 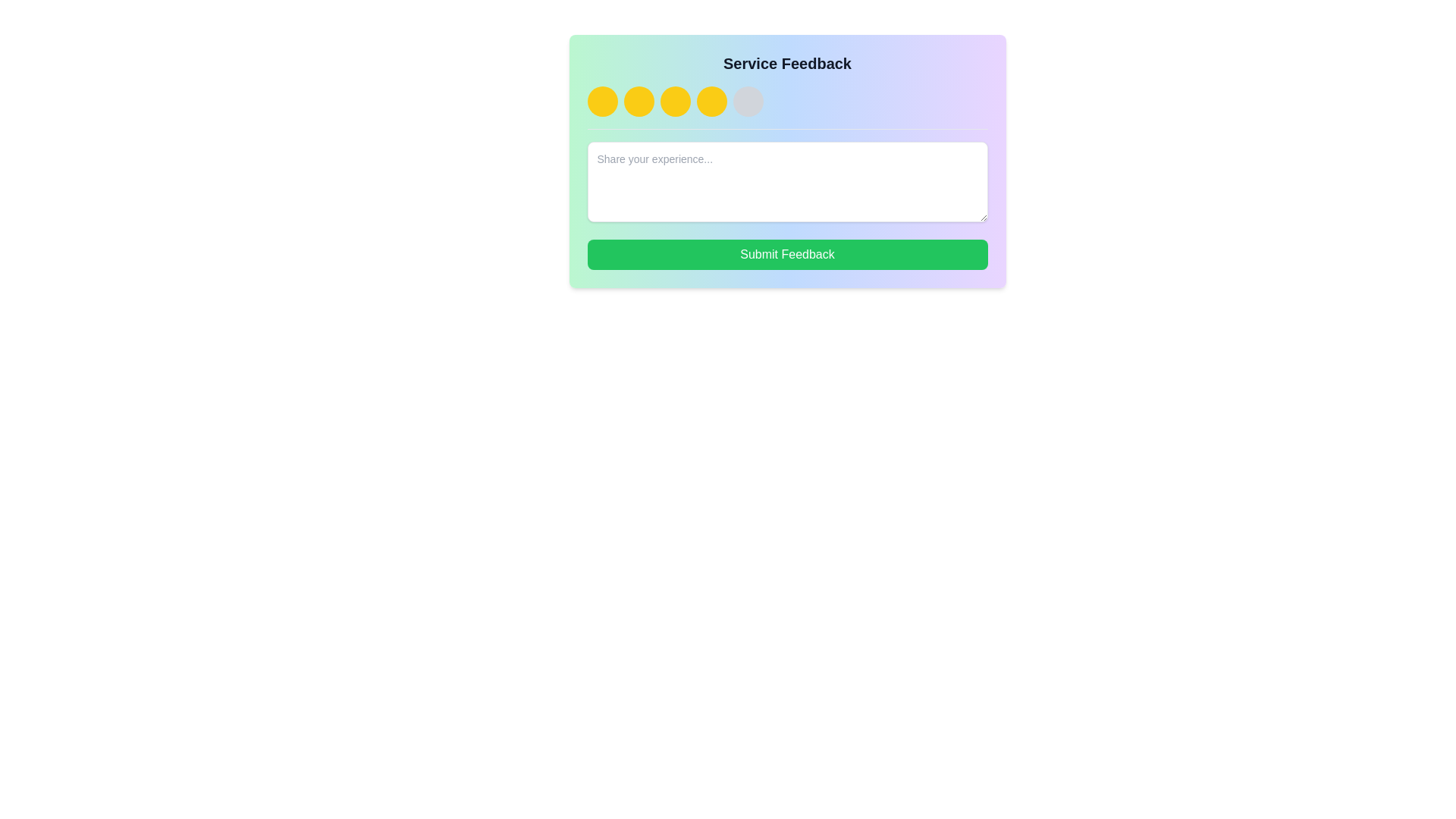 What do you see at coordinates (787, 253) in the screenshot?
I see `the 'Submit Feedback' button, which is a bright green rectangular button with rounded corners located below the text input area` at bounding box center [787, 253].